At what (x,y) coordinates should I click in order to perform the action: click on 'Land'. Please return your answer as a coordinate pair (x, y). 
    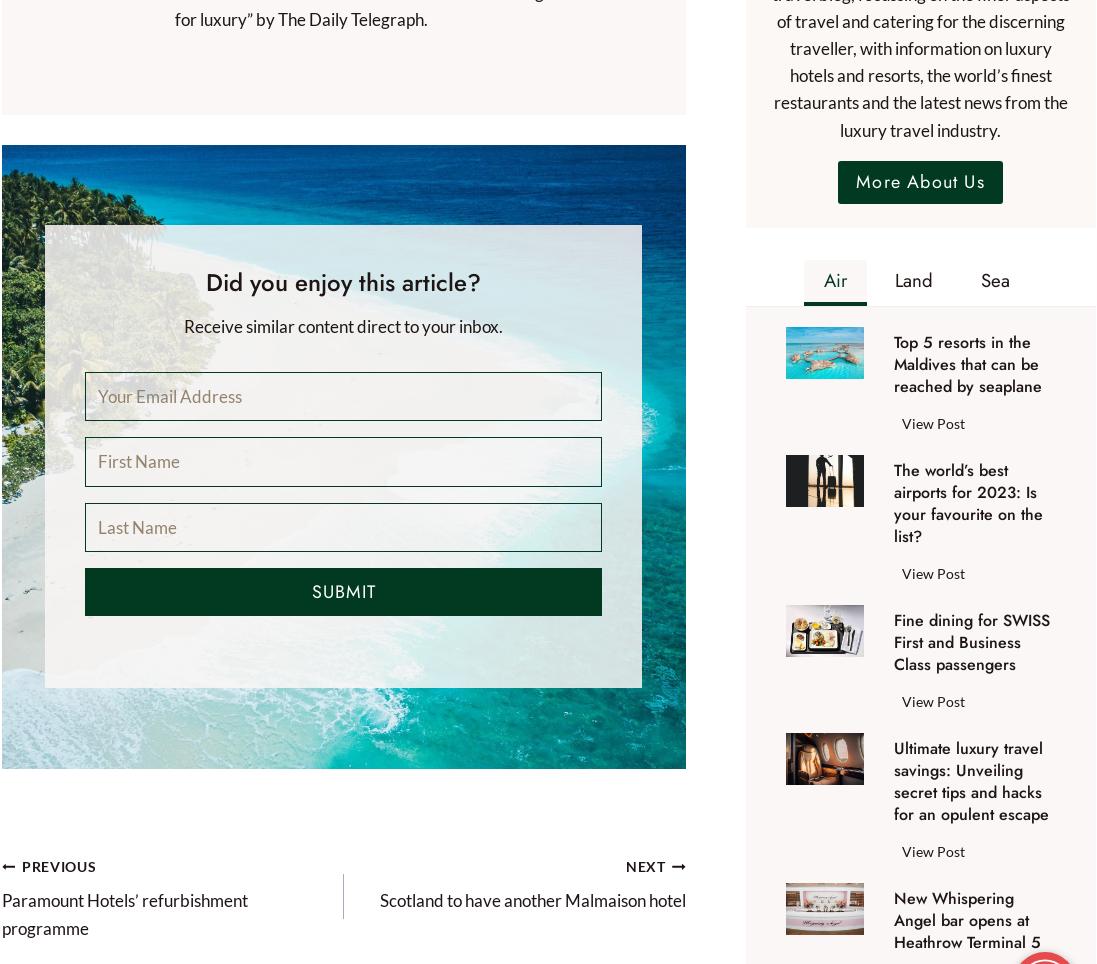
    Looking at the image, I should click on (892, 278).